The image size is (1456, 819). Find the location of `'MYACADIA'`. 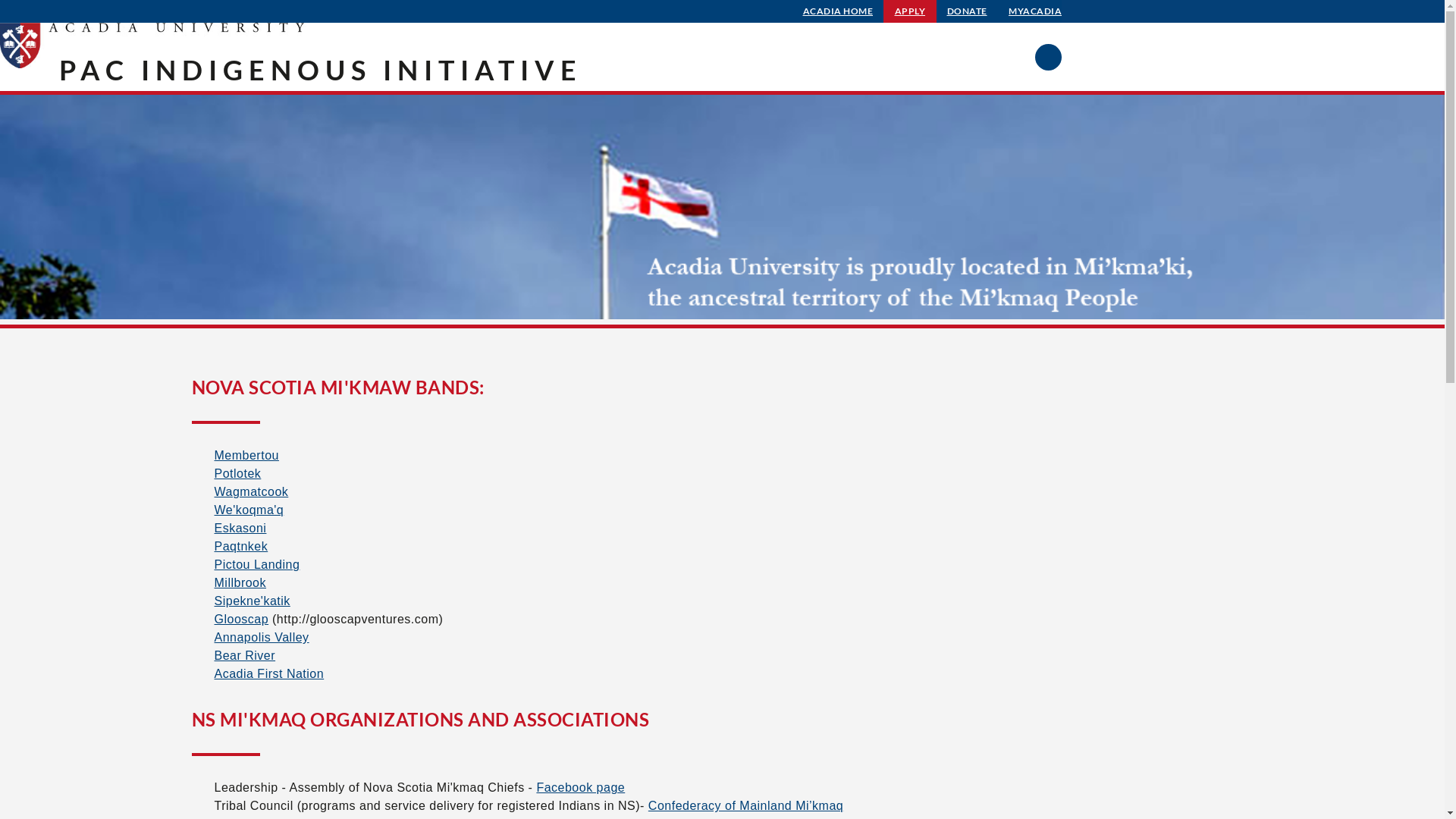

'MYACADIA' is located at coordinates (1034, 11).